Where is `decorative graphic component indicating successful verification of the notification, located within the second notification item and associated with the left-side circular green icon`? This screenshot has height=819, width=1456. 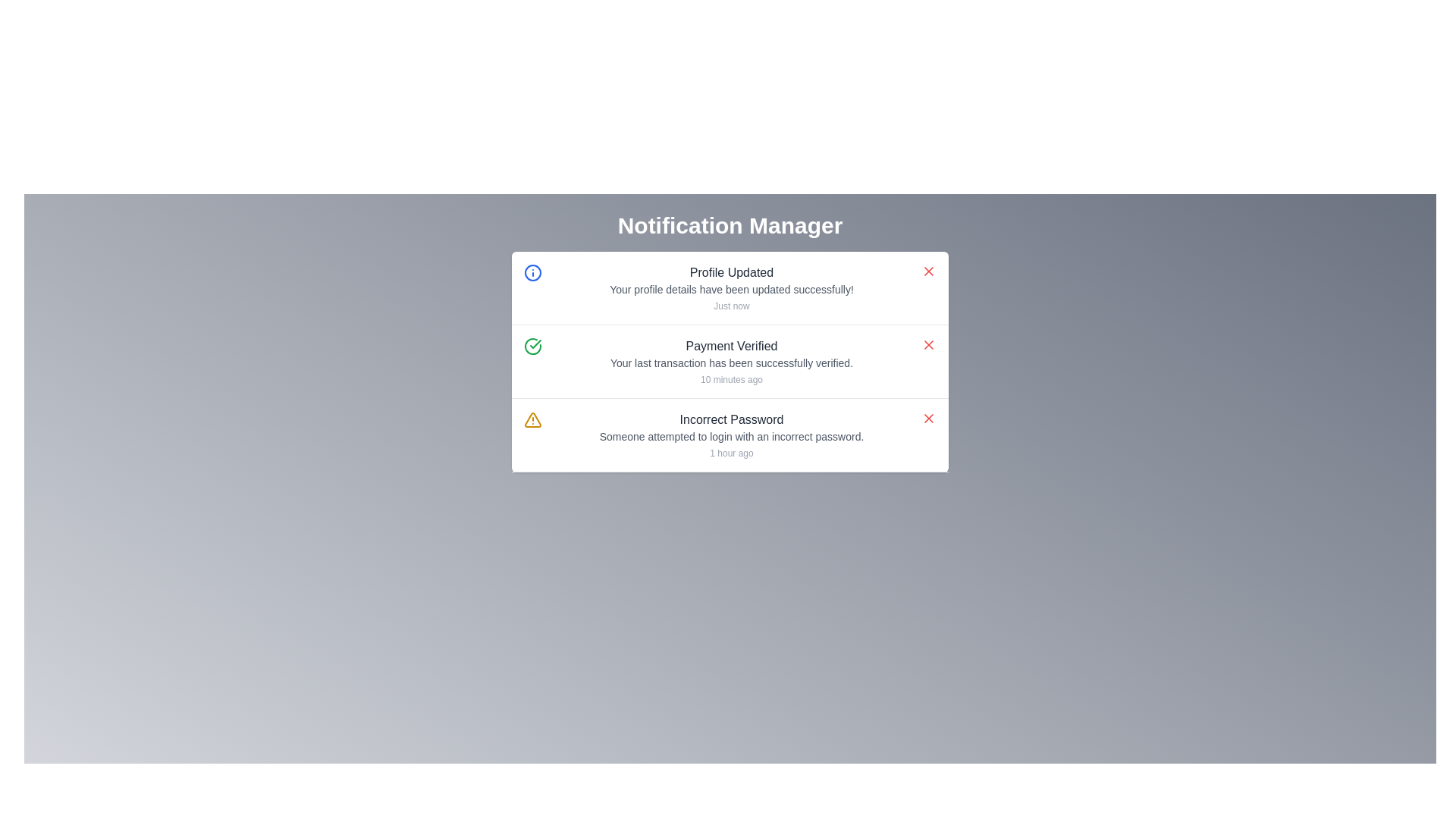
decorative graphic component indicating successful verification of the notification, located within the second notification item and associated with the left-side circular green icon is located at coordinates (532, 346).